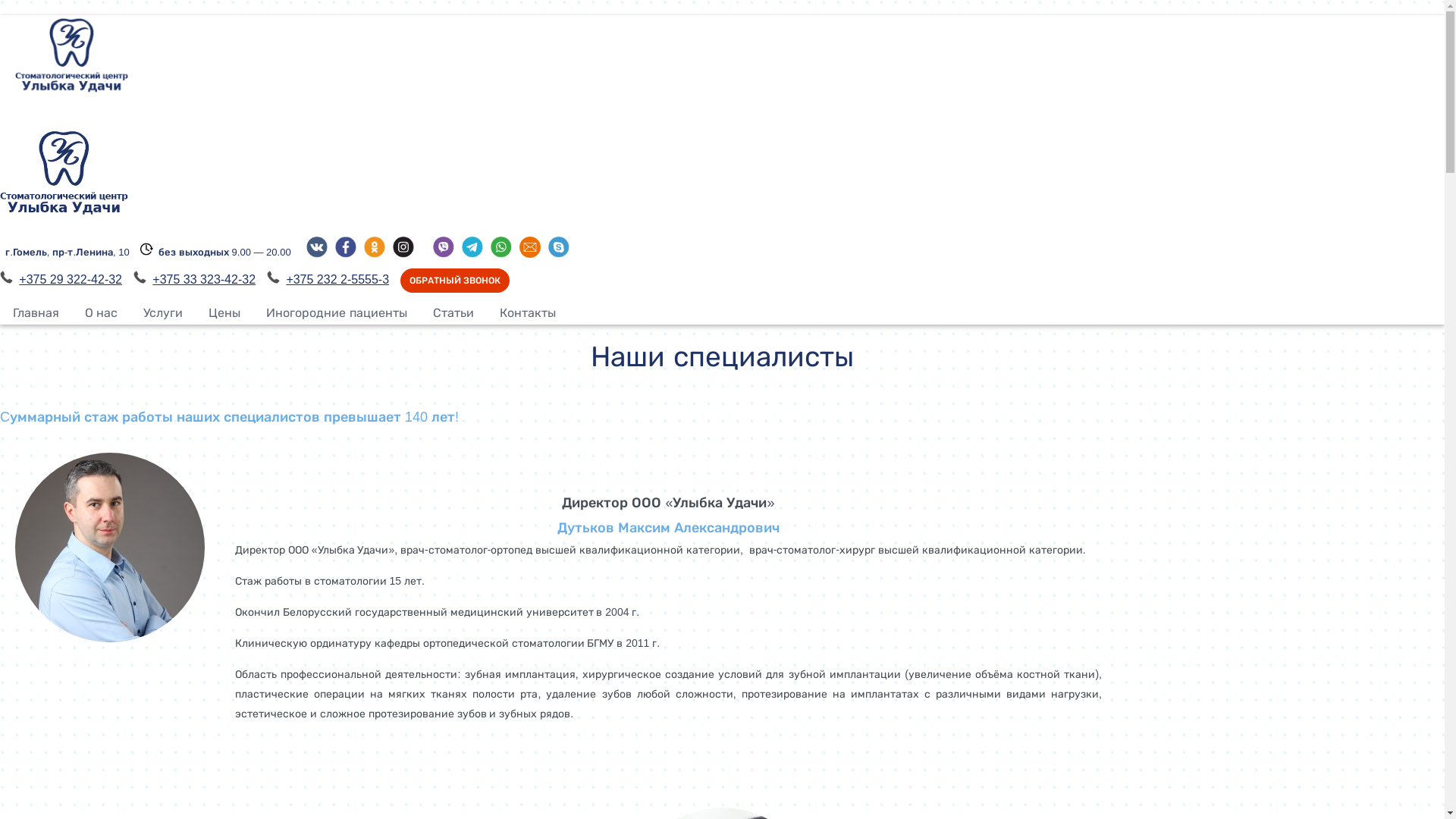 This screenshot has width=1456, height=819. Describe the element at coordinates (337, 279) in the screenshot. I see `'+375 232 2-5555-3'` at that location.